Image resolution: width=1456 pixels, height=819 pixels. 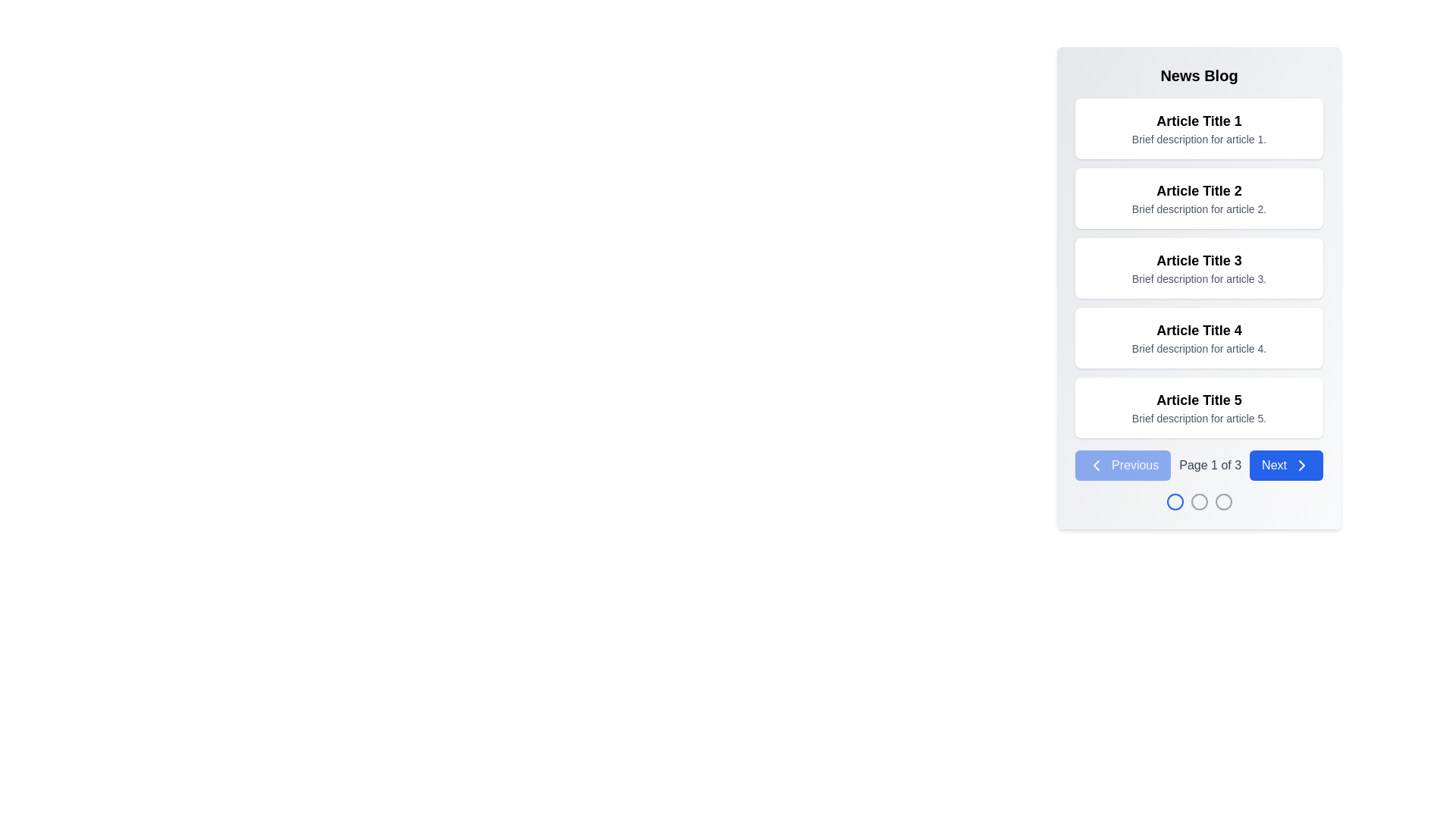 I want to click on the right-facing chevron icon located within the 'Next' button in the pagination section, so click(x=1301, y=464).